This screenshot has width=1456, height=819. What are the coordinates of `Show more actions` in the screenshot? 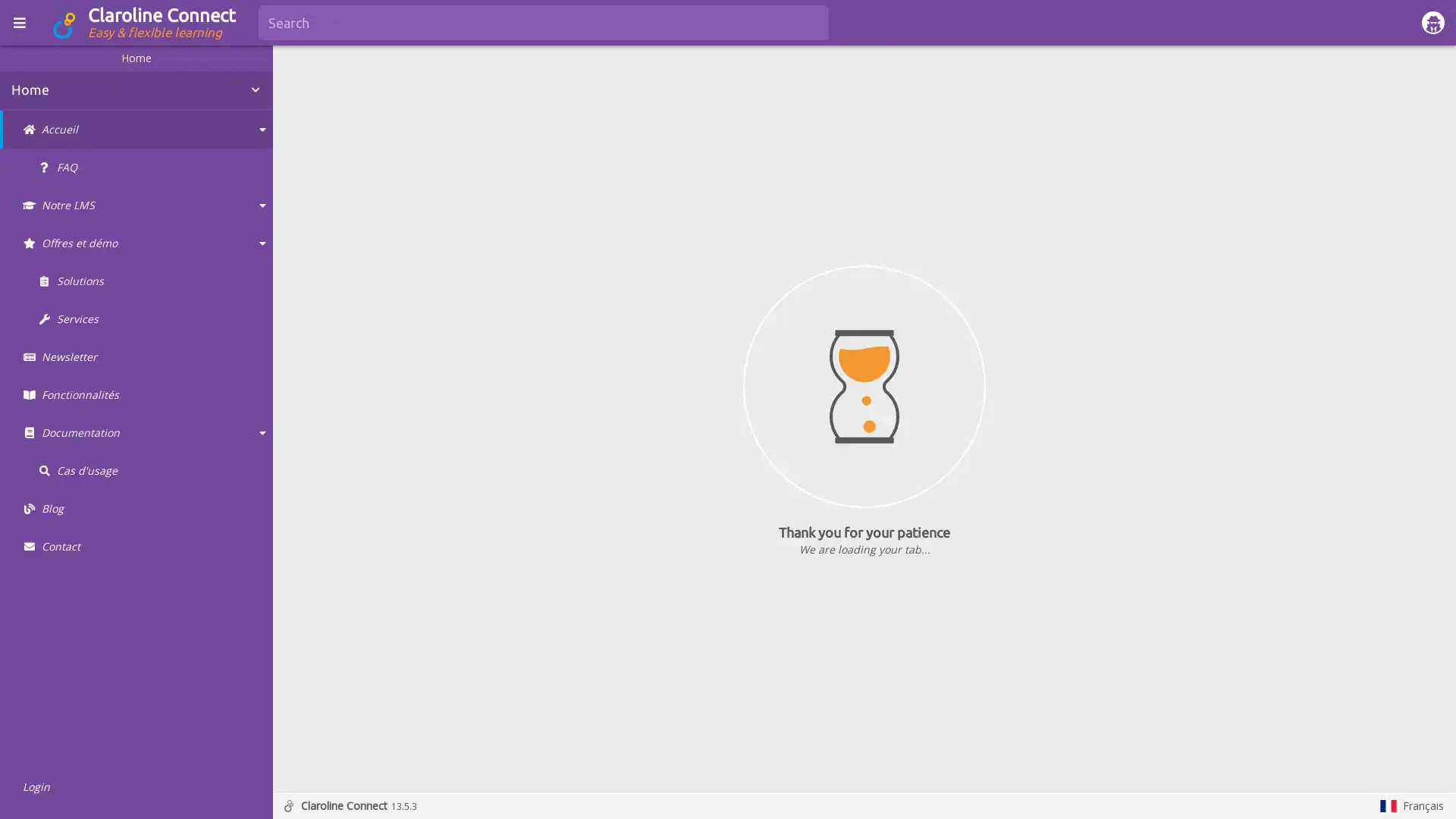 It's located at (1426, 268).